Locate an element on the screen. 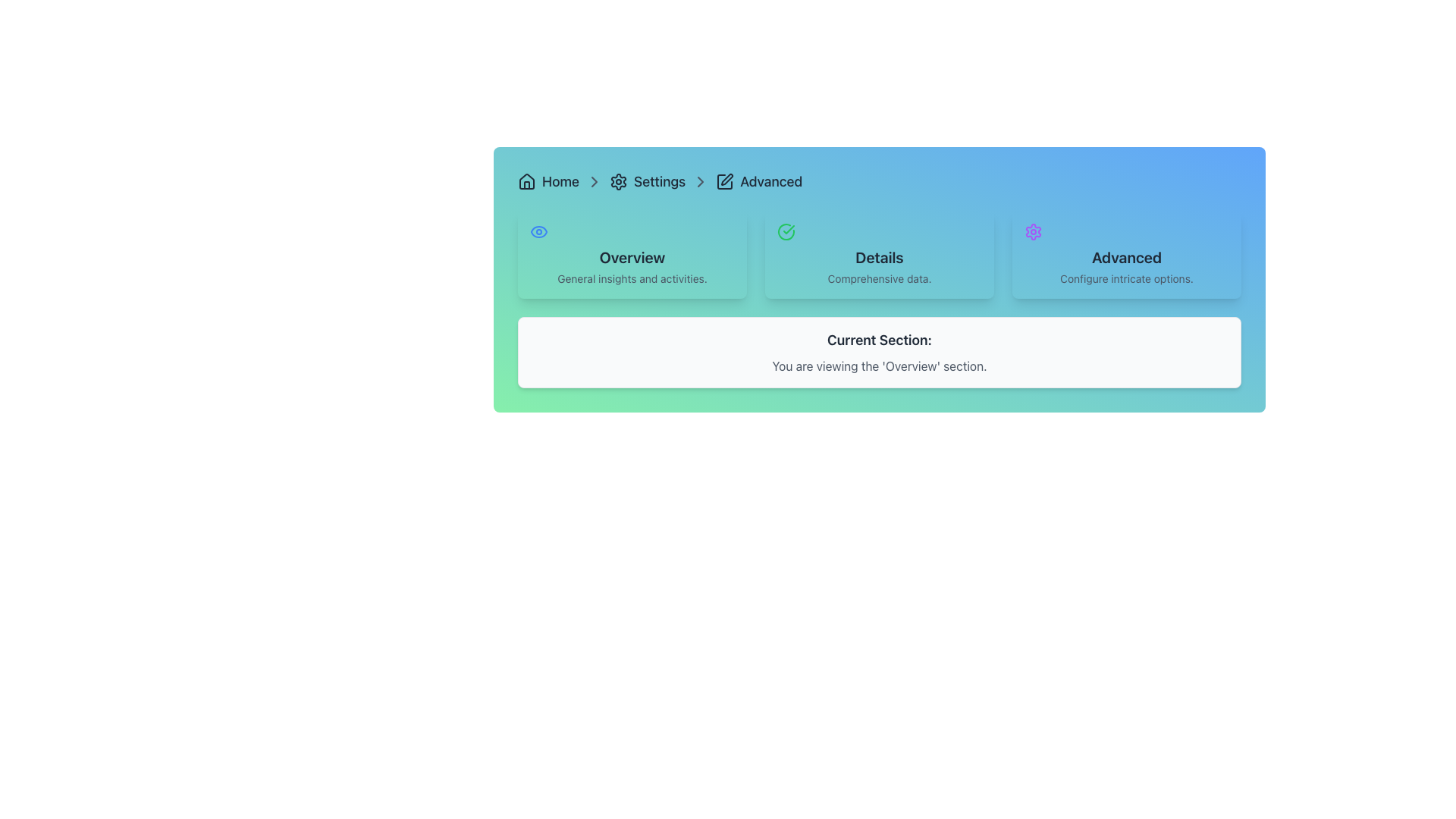 Image resolution: width=1456 pixels, height=819 pixels. the 'Advanced' hyperlink in the breadcrumb navigation bar is located at coordinates (759, 180).